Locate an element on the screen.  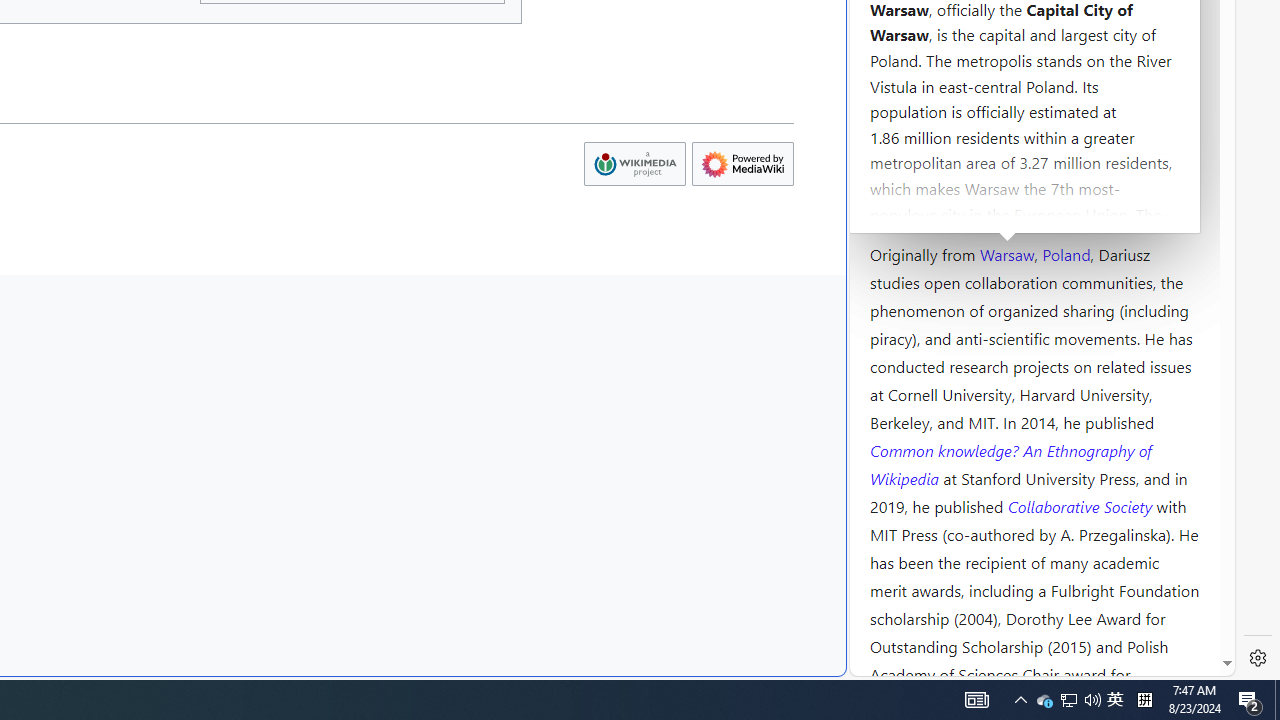
'Poland' is located at coordinates (1065, 252).